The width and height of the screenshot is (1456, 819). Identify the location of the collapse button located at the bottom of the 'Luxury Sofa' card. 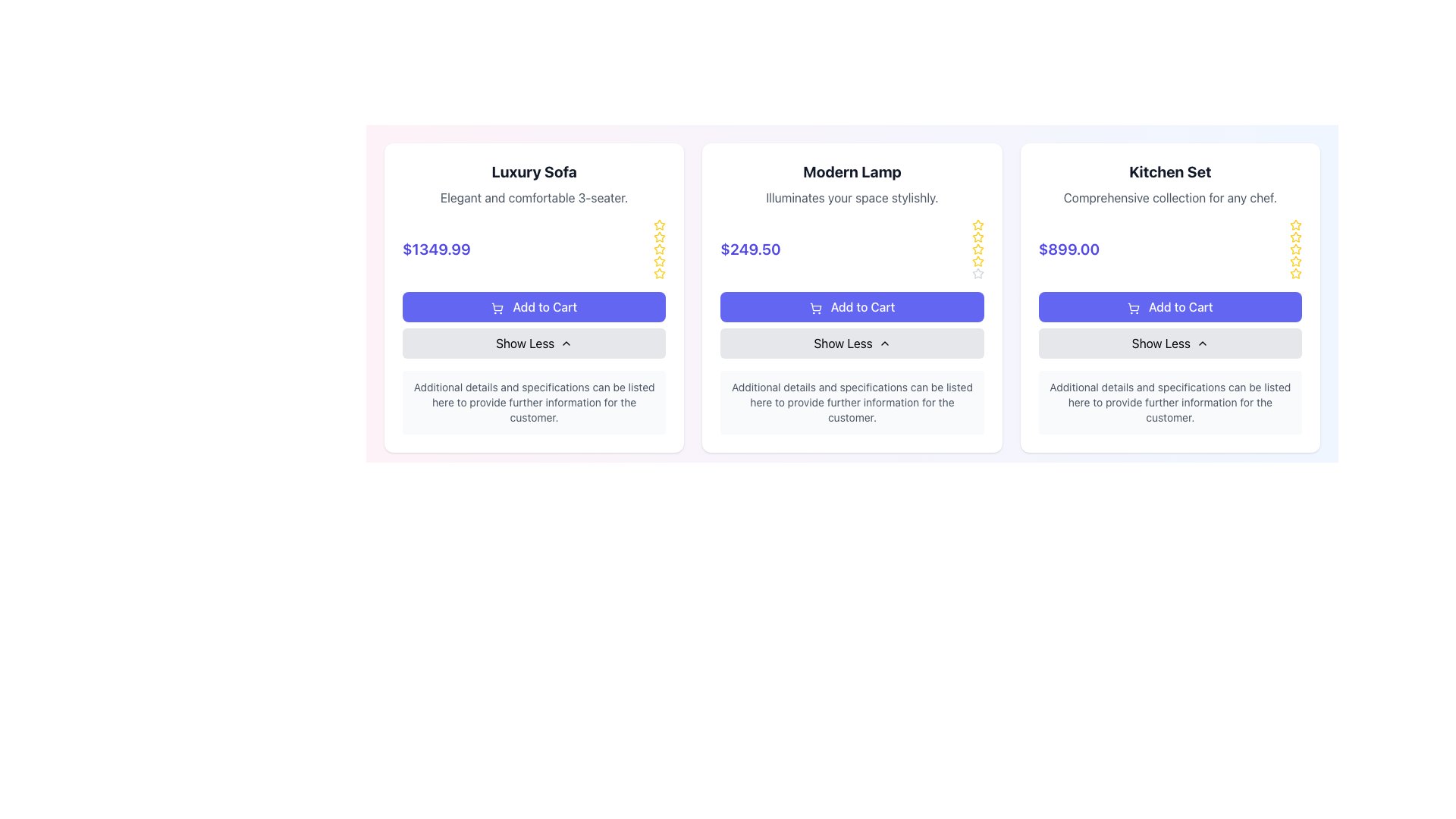
(534, 343).